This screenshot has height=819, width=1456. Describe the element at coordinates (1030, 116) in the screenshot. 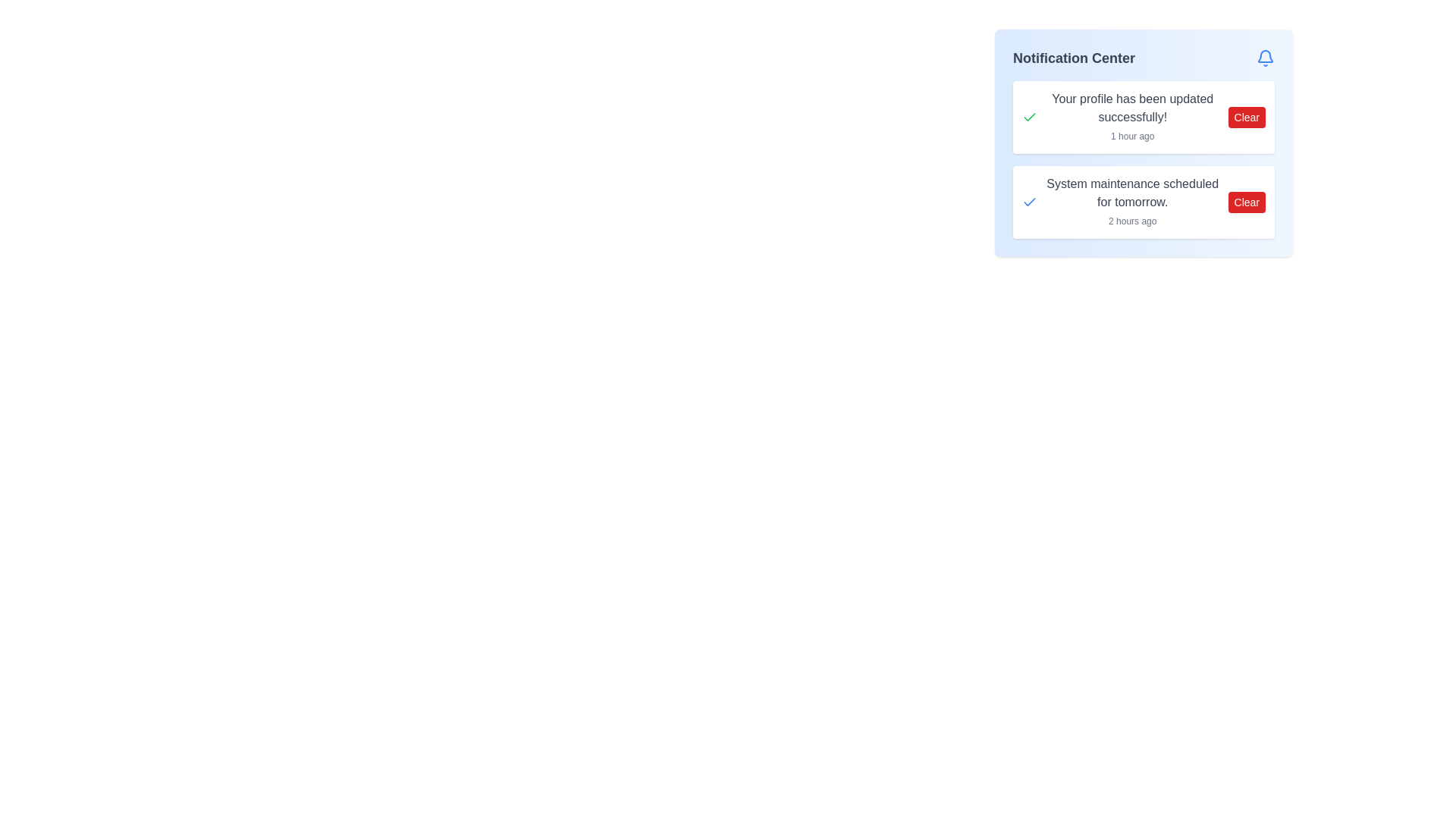

I see `the completion icon located to the left of the text 'Your profile has been updated successfully!' in the notification box` at that location.